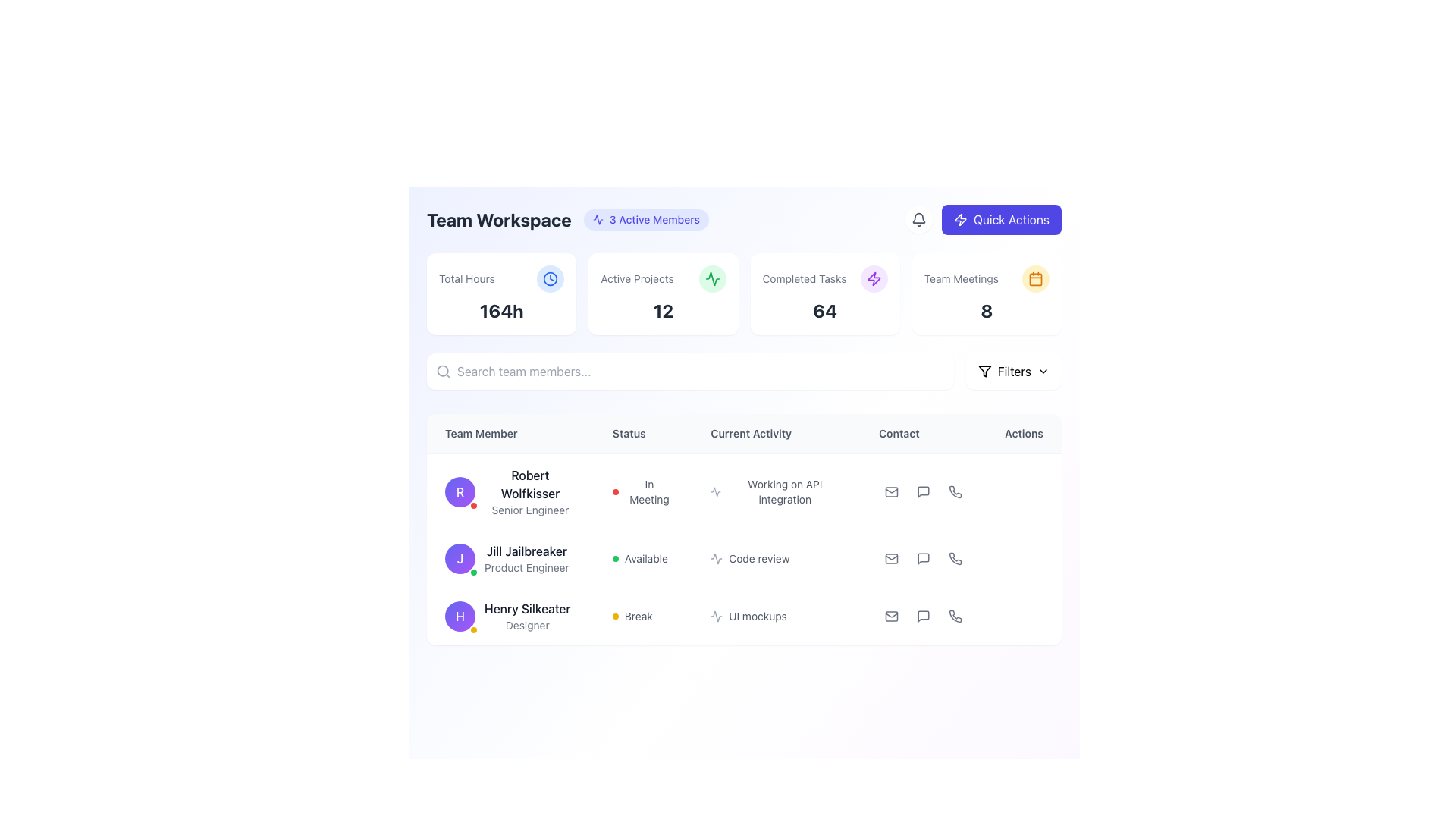 Image resolution: width=1456 pixels, height=819 pixels. What do you see at coordinates (954, 491) in the screenshot?
I see `the phone call icon located in the 'Actions' column of the first row in the table listing team members' details to initiate a phone call` at bounding box center [954, 491].